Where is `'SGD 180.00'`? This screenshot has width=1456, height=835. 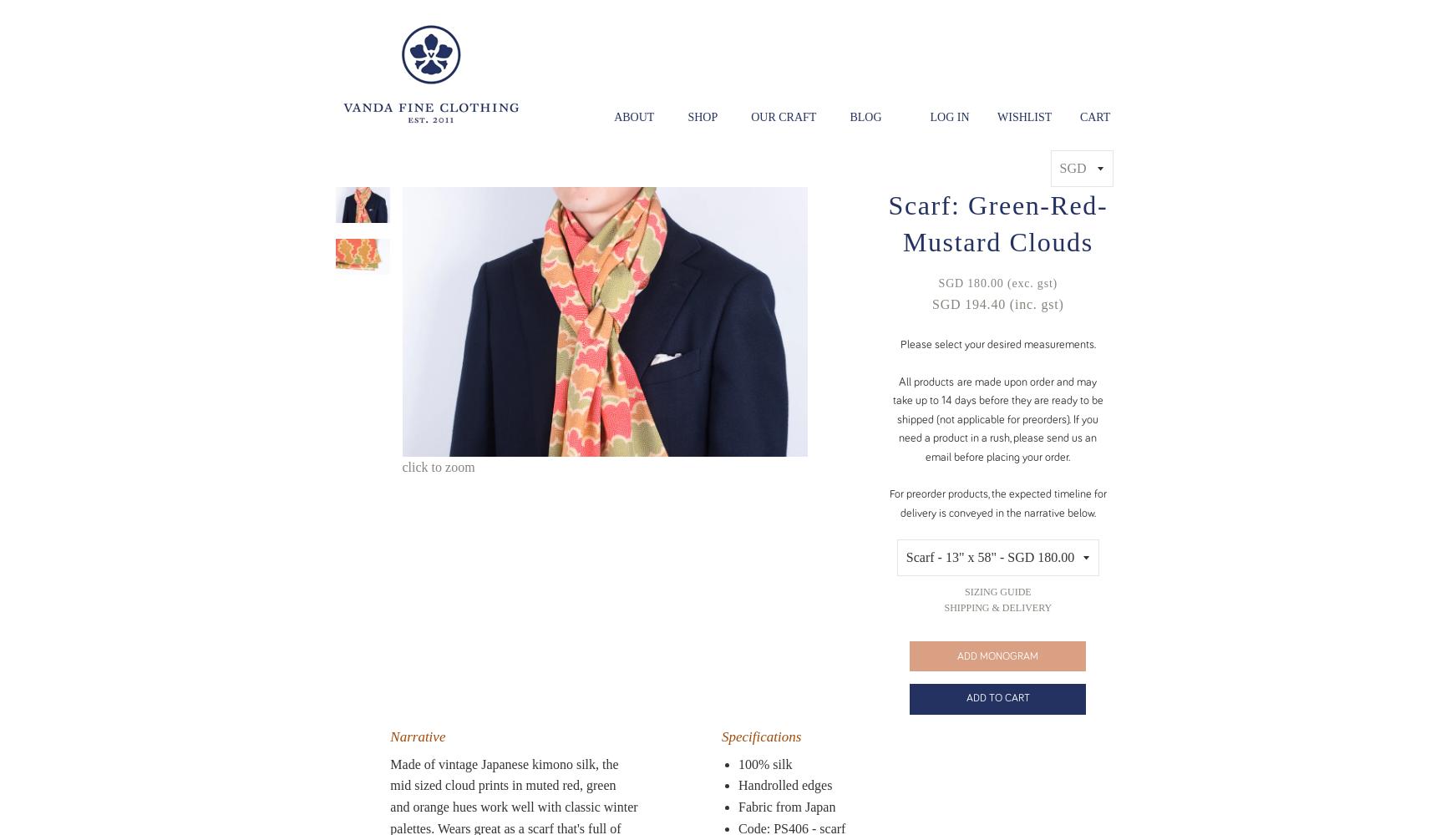
'SGD 180.00' is located at coordinates (971, 282).